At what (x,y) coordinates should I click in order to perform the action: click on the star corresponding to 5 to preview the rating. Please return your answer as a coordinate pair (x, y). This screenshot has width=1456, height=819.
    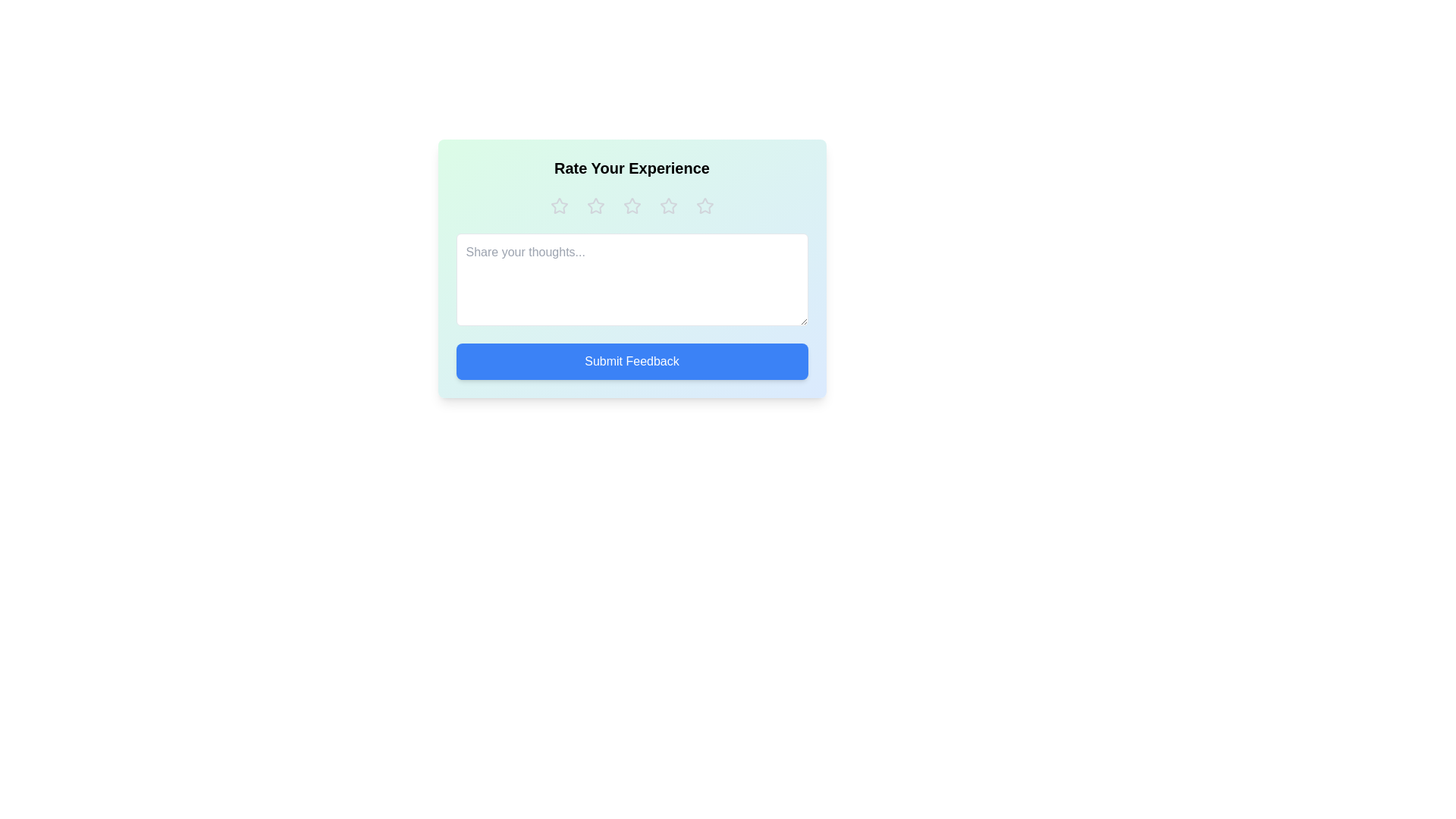
    Looking at the image, I should click on (704, 206).